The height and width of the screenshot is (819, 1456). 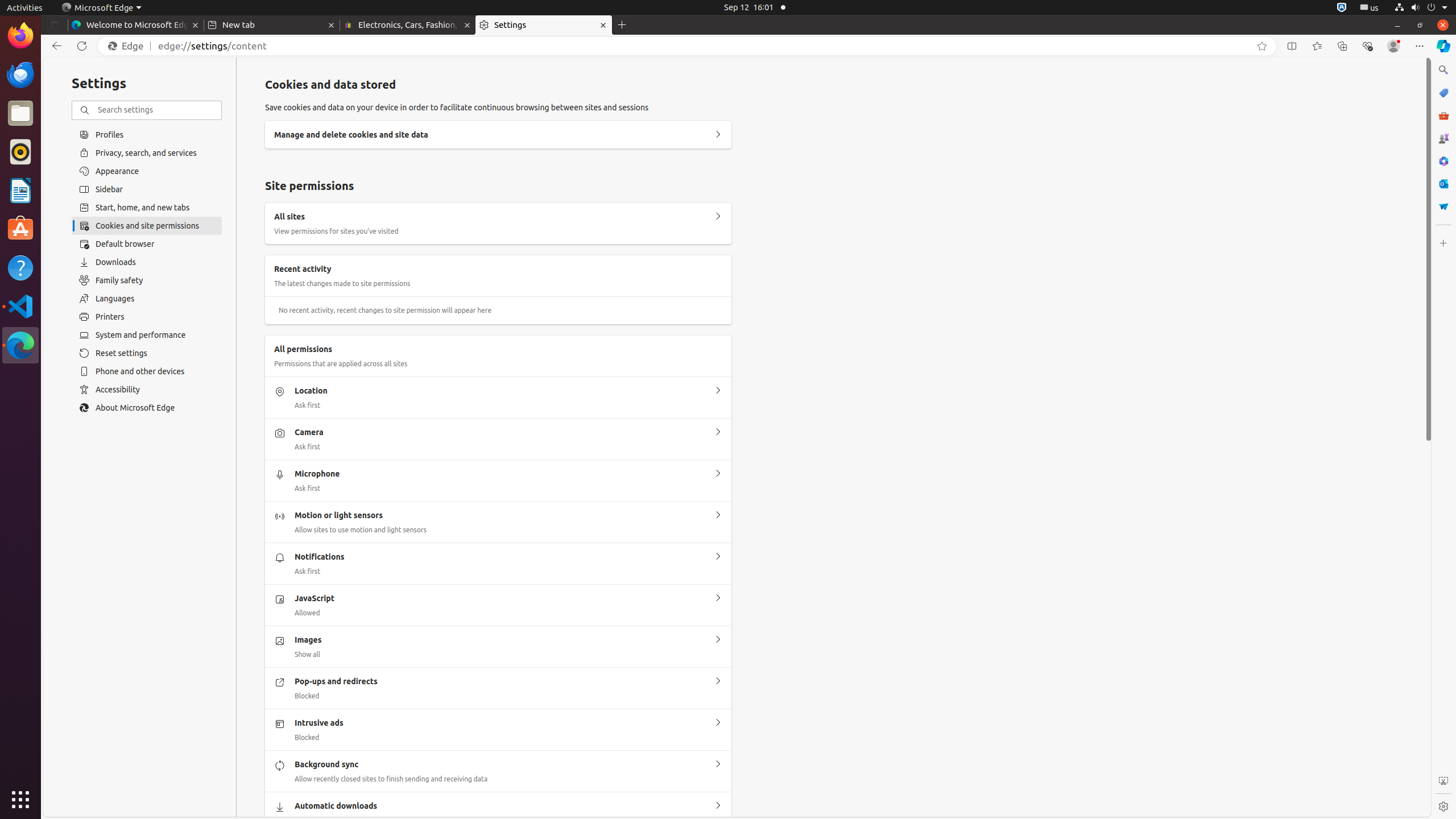 I want to click on 'Favorites', so click(x=1317, y=45).